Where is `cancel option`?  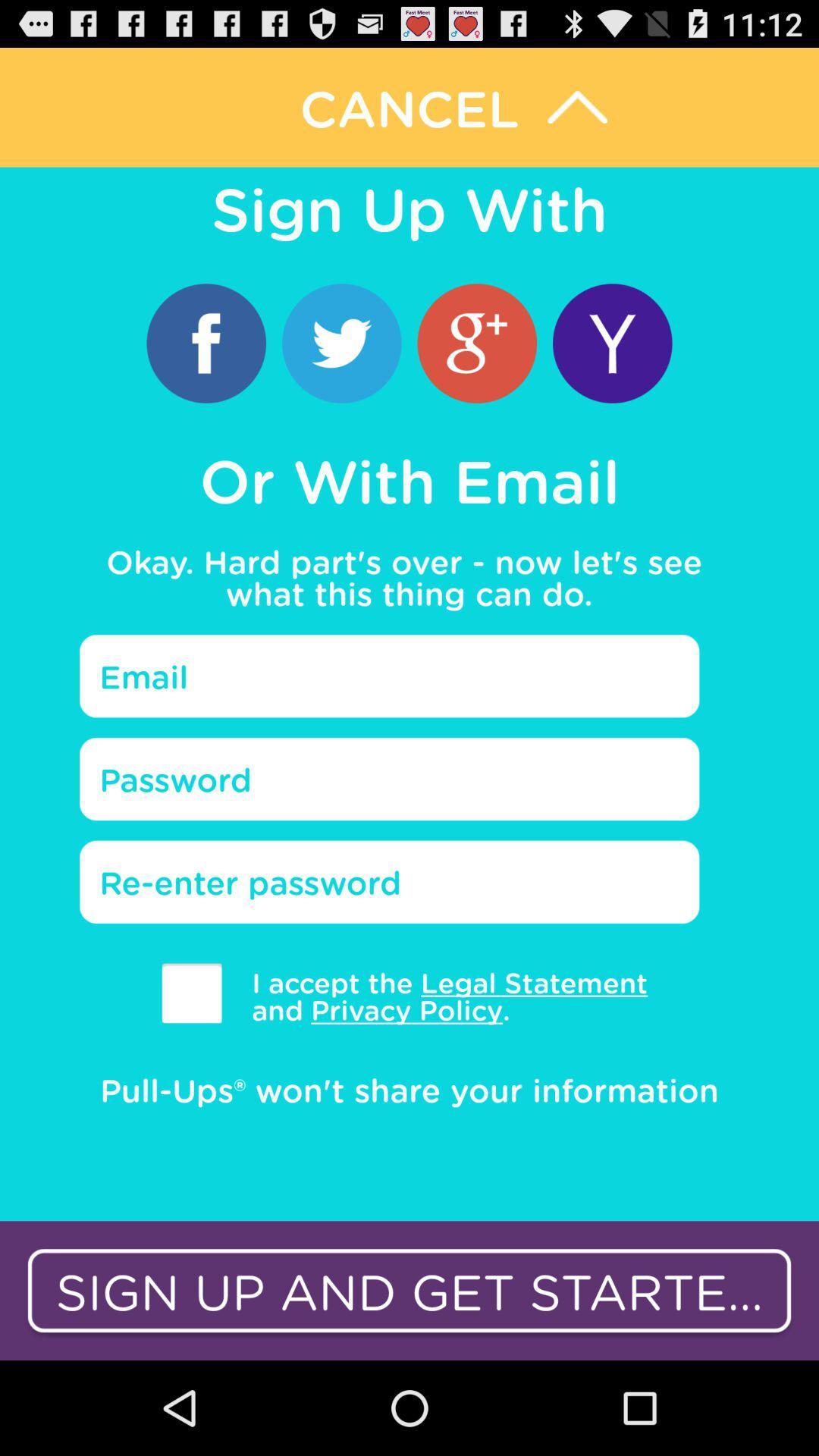 cancel option is located at coordinates (409, 106).